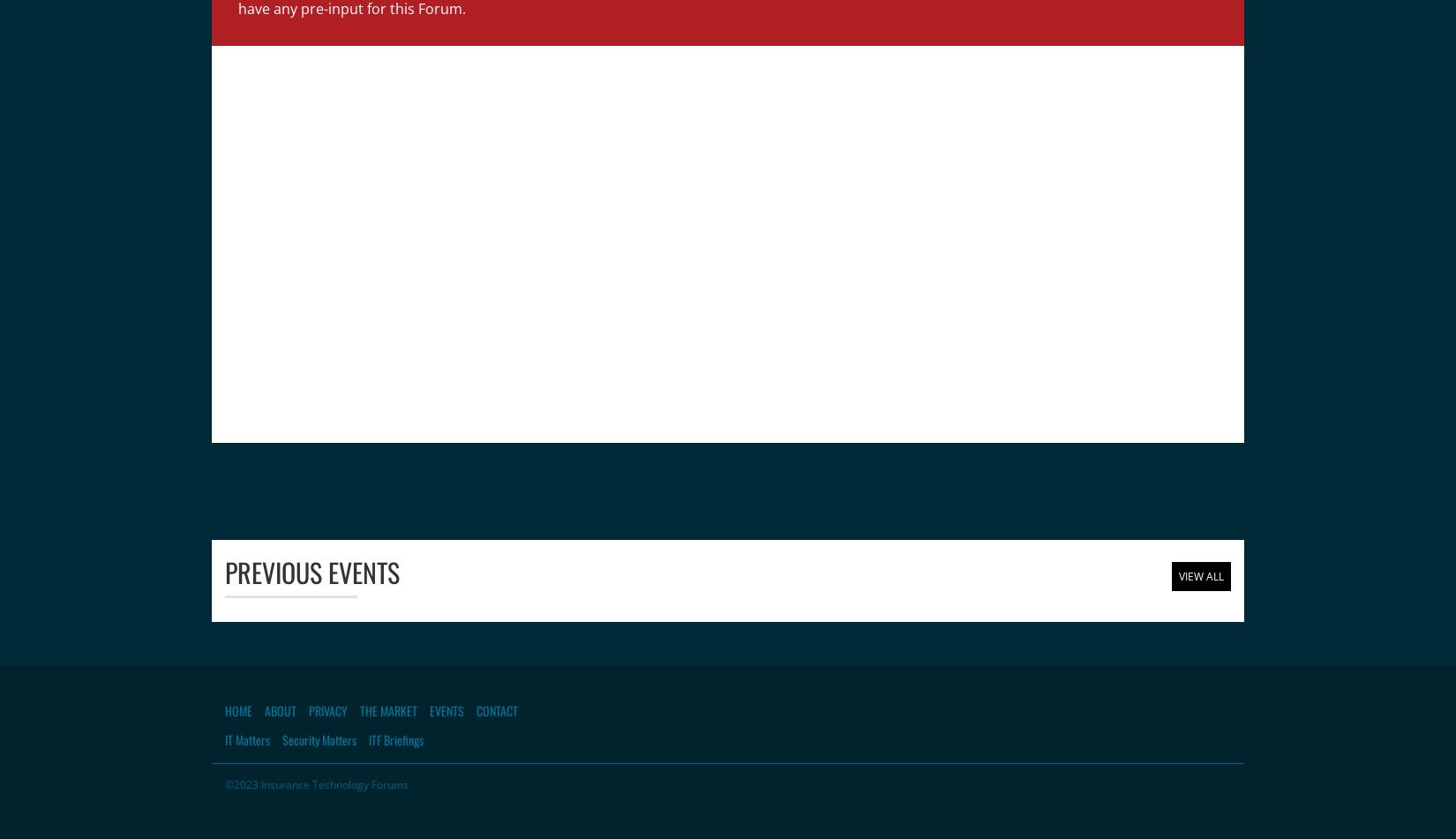 This screenshot has height=839, width=1456. I want to click on 'About', so click(280, 708).